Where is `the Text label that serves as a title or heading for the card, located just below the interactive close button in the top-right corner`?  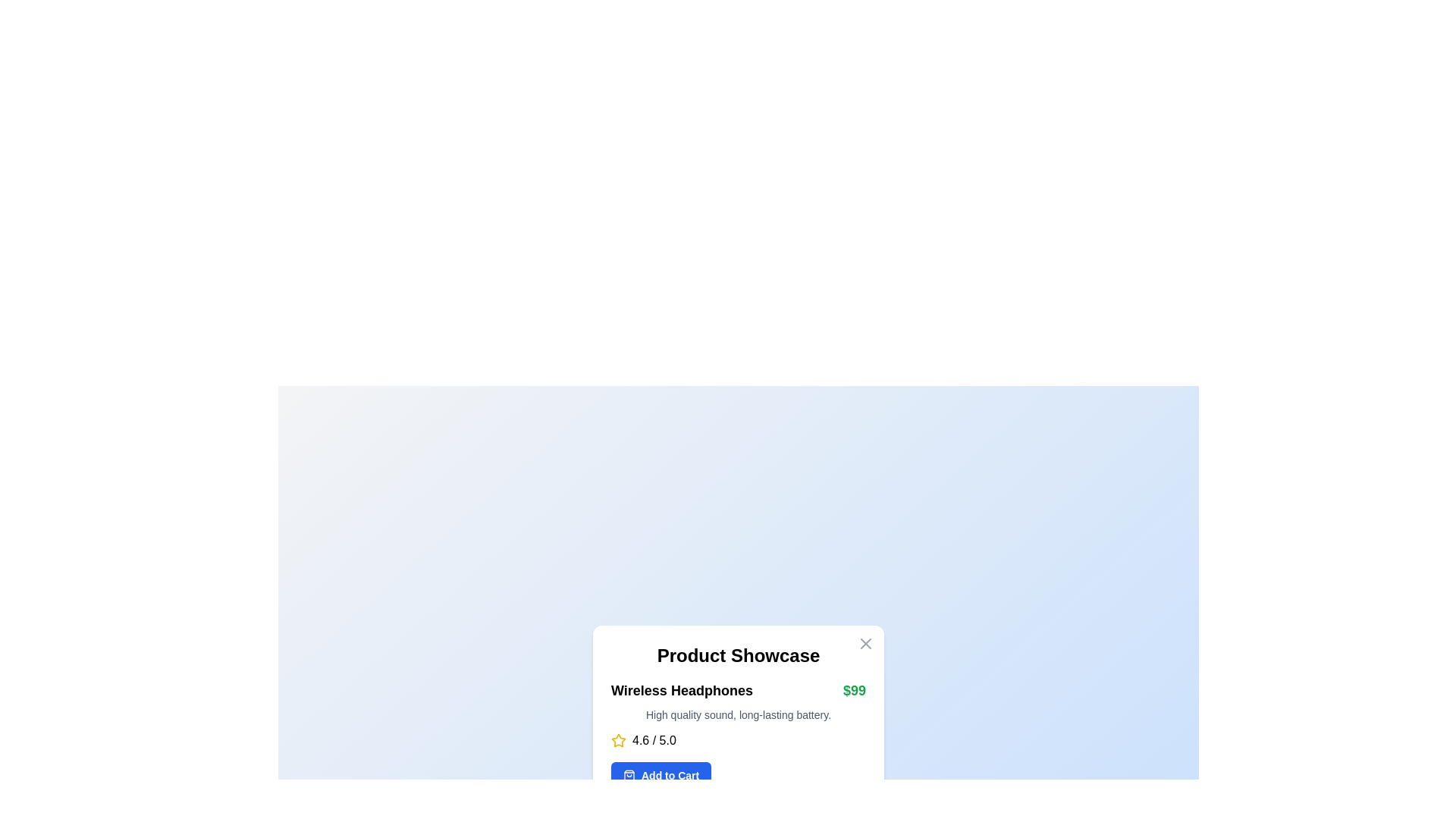 the Text label that serves as a title or heading for the card, located just below the interactive close button in the top-right corner is located at coordinates (739, 654).